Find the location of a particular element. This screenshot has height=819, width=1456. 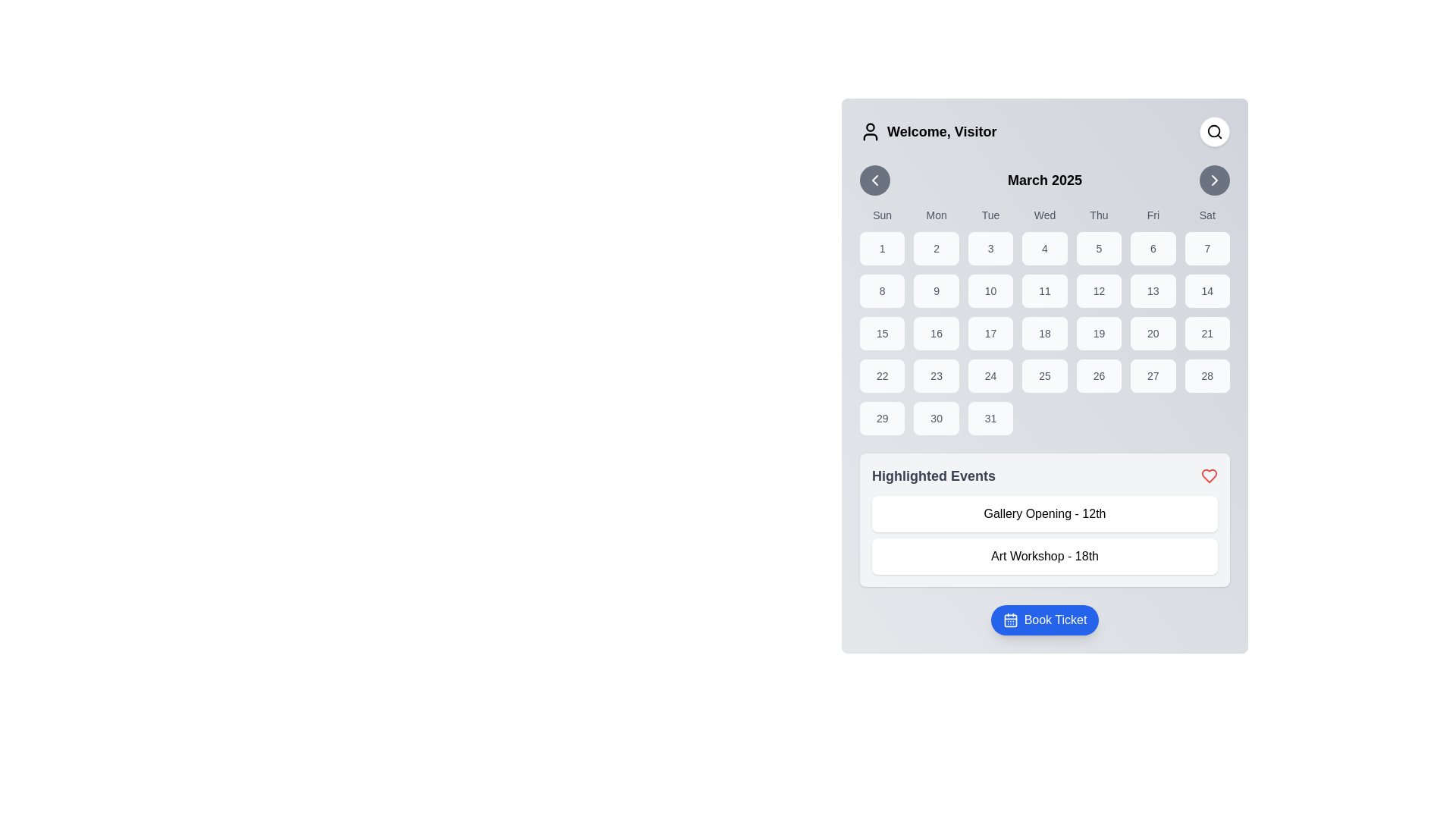

the button displaying the number '3' in the calendar interface to change its background color is located at coordinates (990, 247).